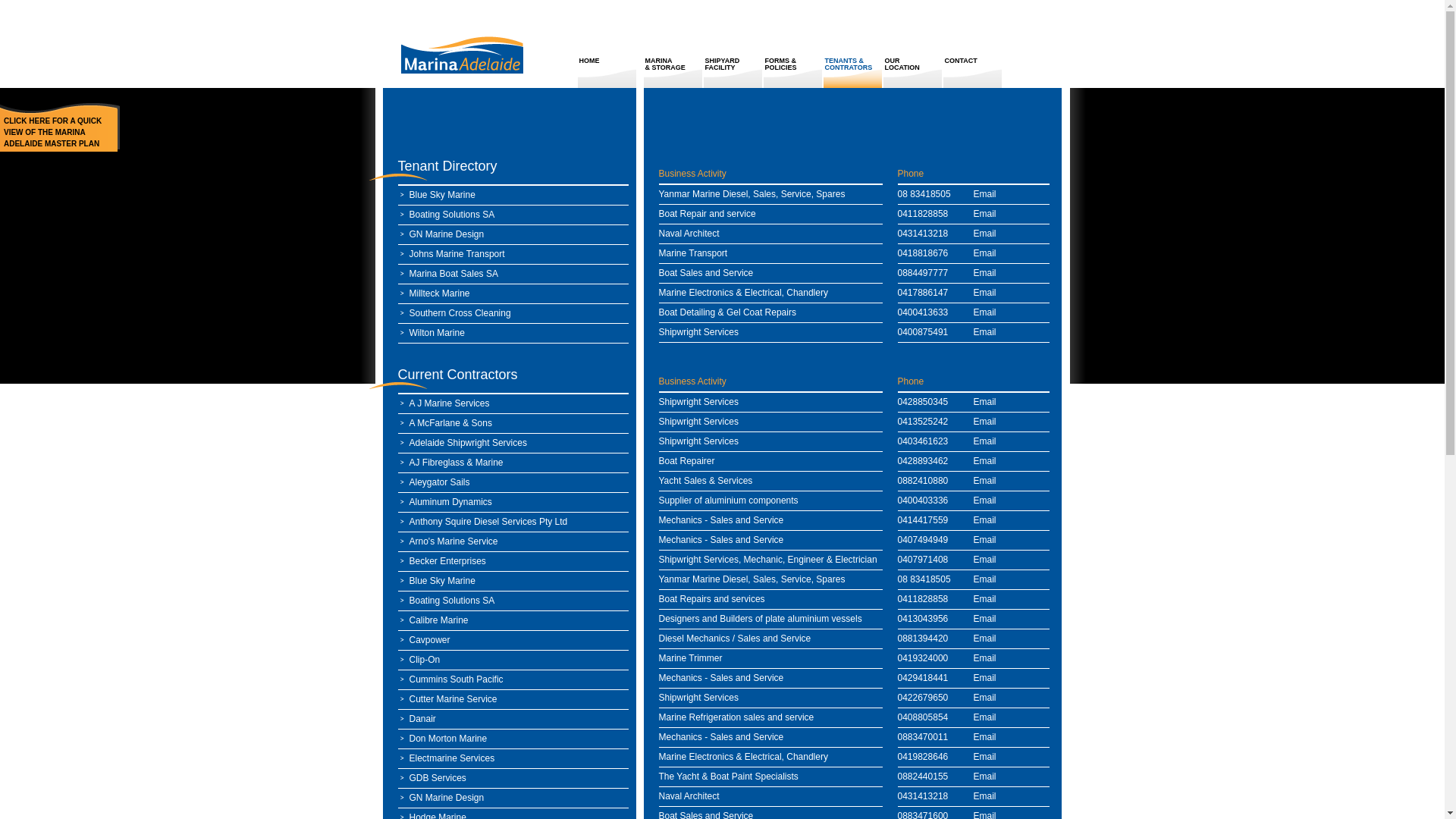  Describe the element at coordinates (985, 421) in the screenshot. I see `'Email'` at that location.